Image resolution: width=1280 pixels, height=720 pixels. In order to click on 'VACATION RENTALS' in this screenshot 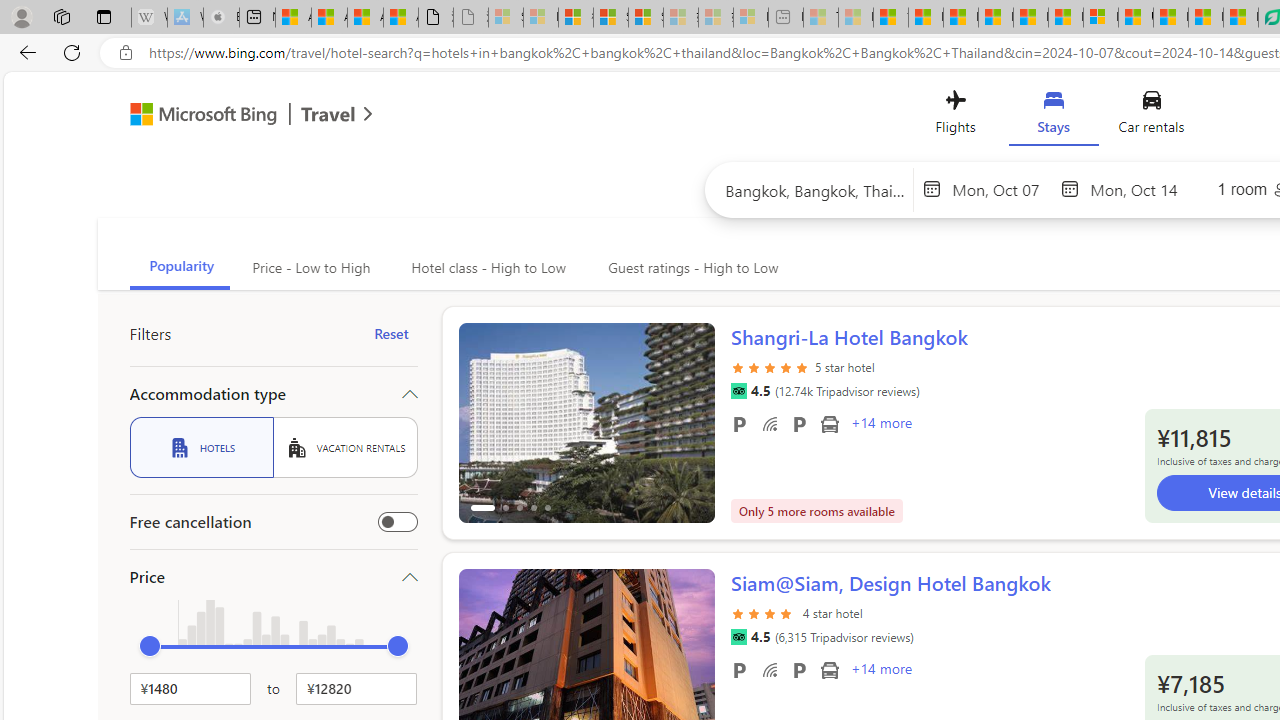, I will do `click(345, 446)`.